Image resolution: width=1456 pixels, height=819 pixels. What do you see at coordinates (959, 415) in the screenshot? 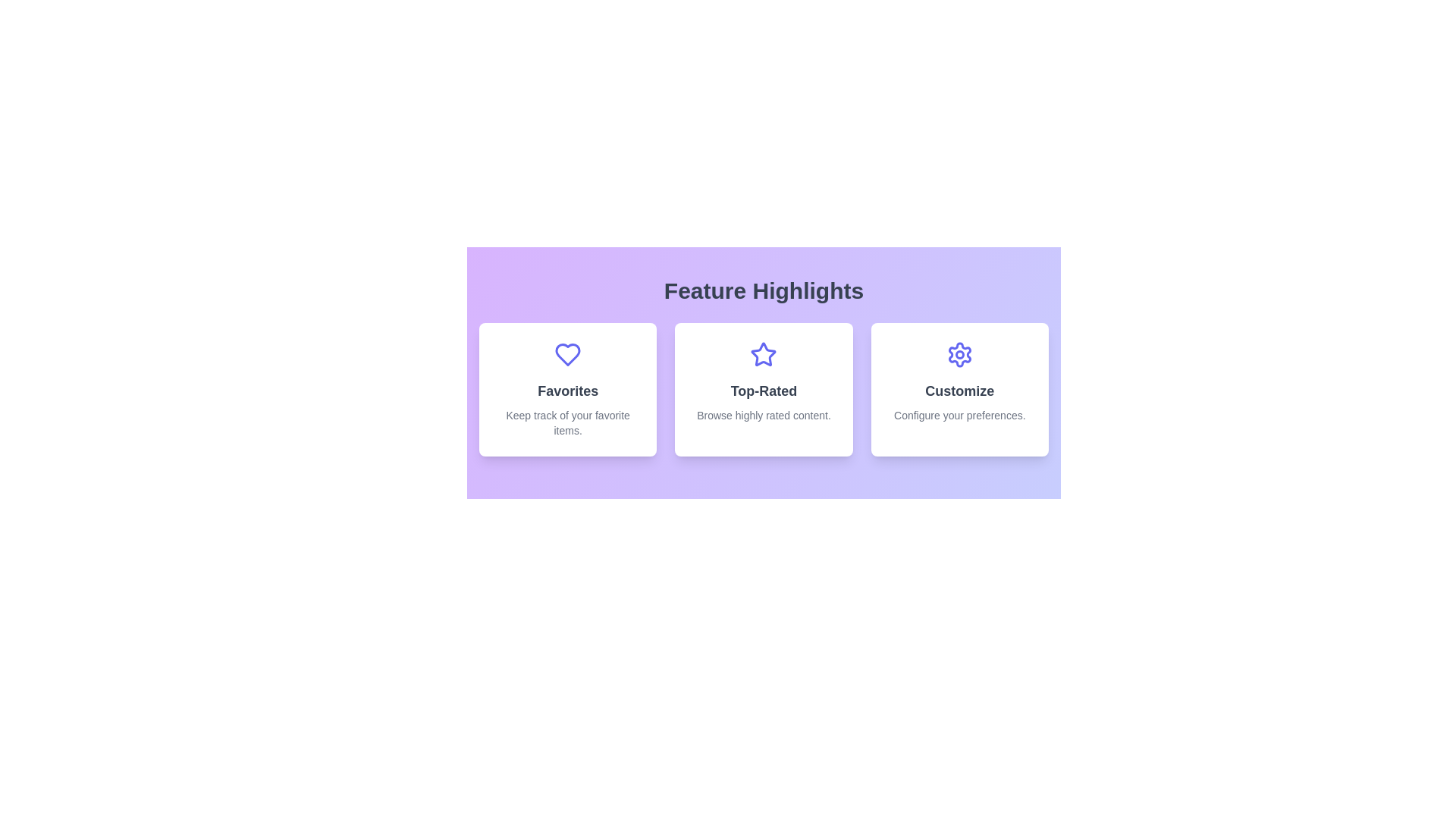
I see `descriptive text label located at the bottom of the 'Customize' card, which is the third card from the left, positioned below the 'Customize' heading` at bounding box center [959, 415].